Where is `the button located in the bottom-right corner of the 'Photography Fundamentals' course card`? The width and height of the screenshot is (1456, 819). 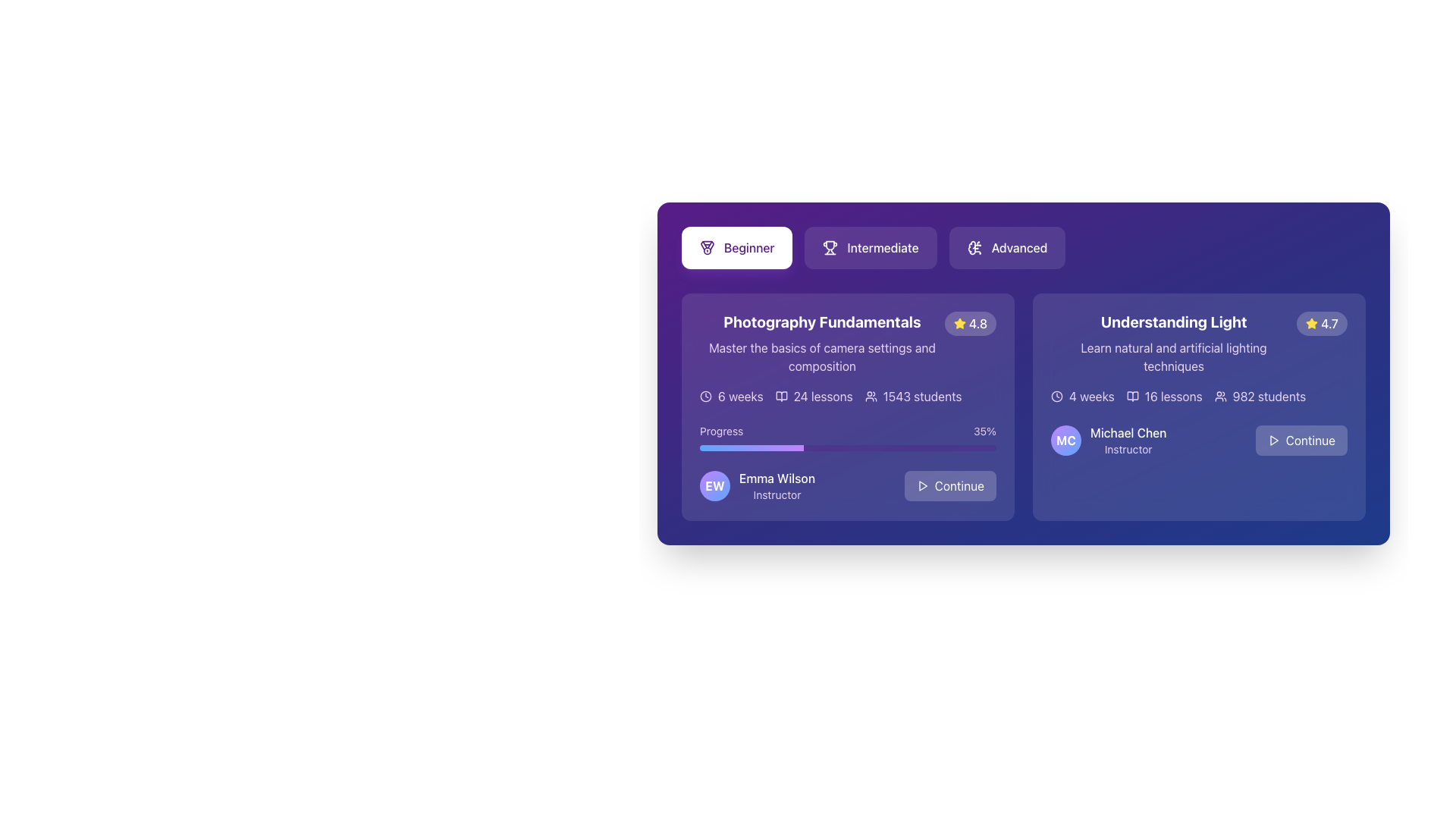
the button located in the bottom-right corner of the 'Photography Fundamentals' course card is located at coordinates (949, 485).